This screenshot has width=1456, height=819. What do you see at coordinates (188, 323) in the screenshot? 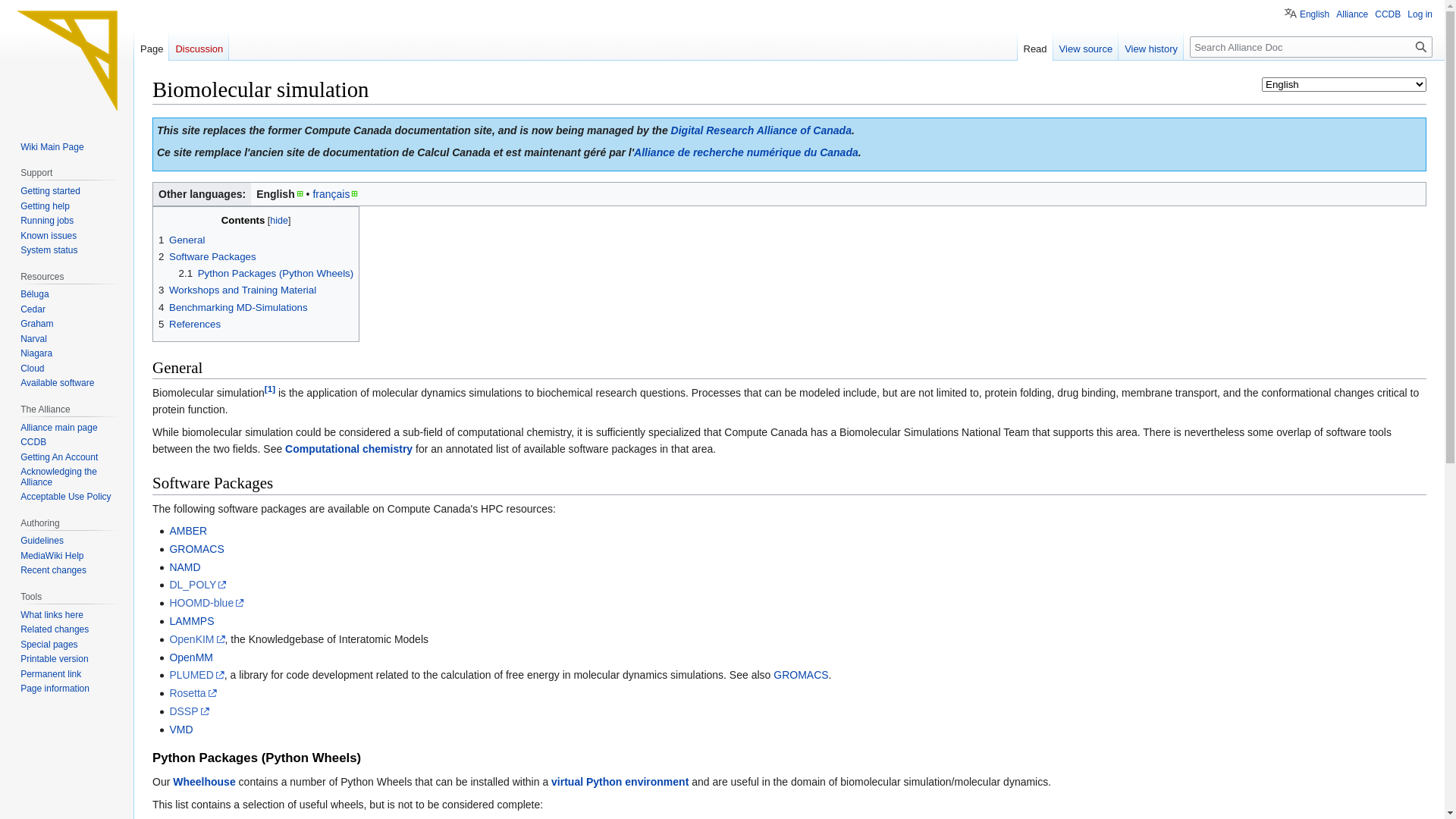
I see `'5 References'` at bounding box center [188, 323].